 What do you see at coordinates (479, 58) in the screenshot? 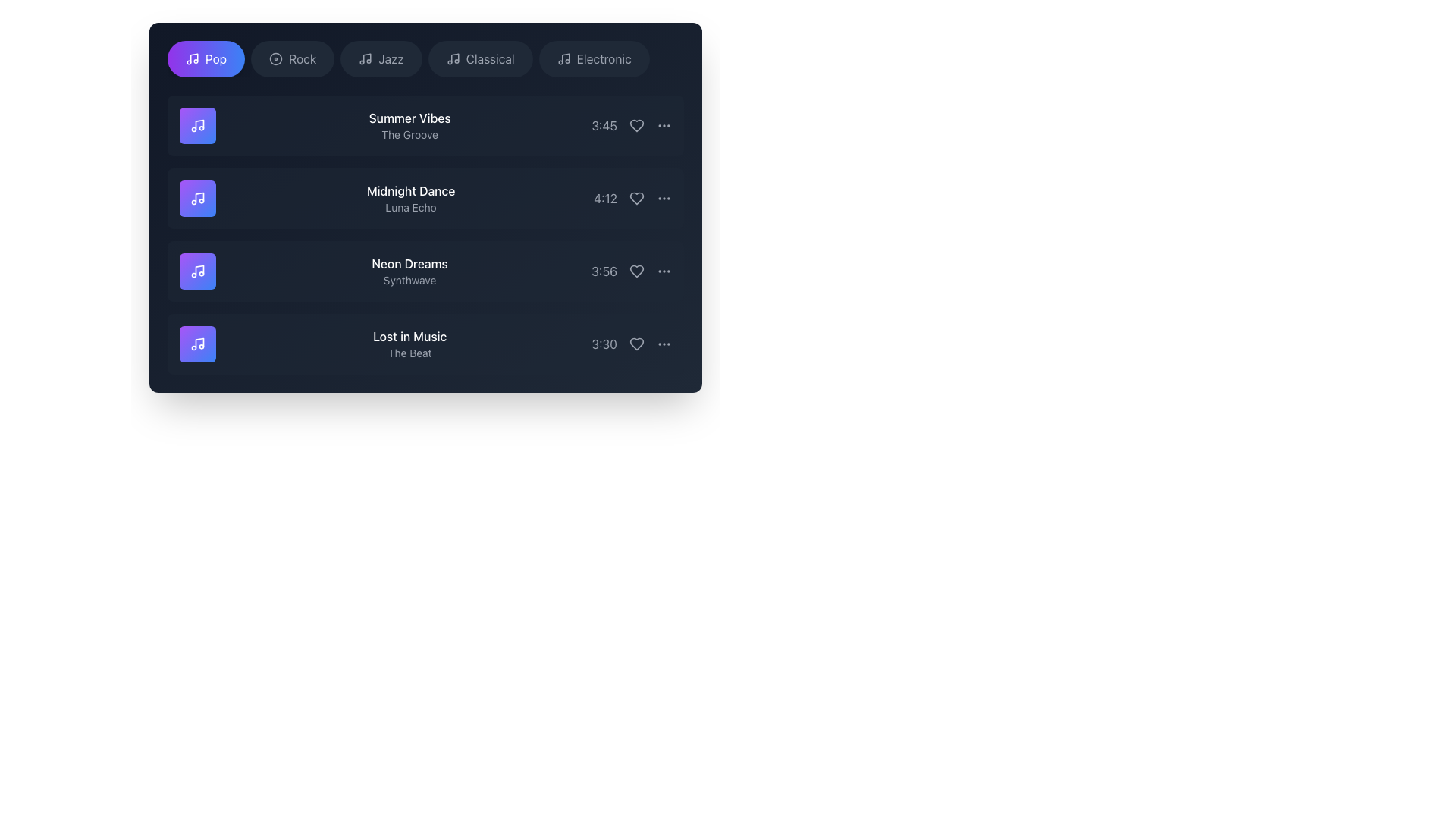
I see `the 'Classical' button, which is a dark gray button with a music note icon and light gray text, to change its background color` at bounding box center [479, 58].